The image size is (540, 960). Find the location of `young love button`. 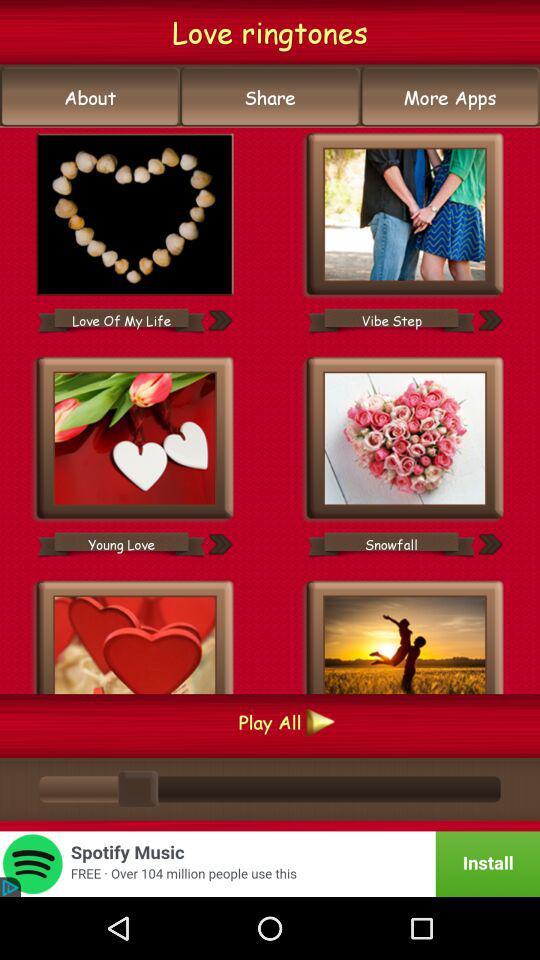

young love button is located at coordinates (121, 544).